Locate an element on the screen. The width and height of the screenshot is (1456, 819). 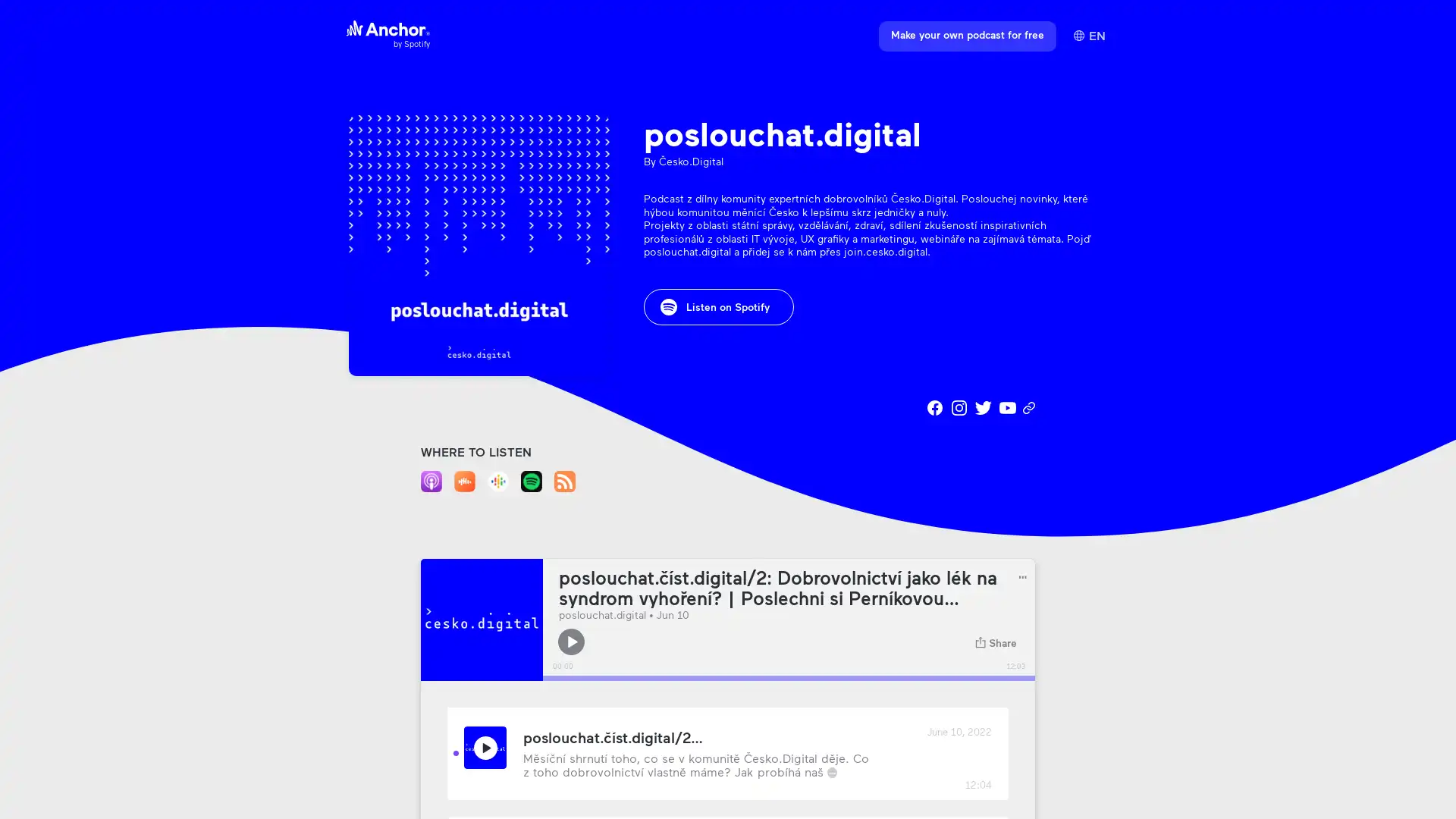
Play episode: poslouchat.cist.digital/2: Dobrovolnictvi jako lek na syndrom vyhoreni? | Poslechni si Pernikovou chaloupku v ukrajinstine | Slavime narozky! is located at coordinates (484, 746).